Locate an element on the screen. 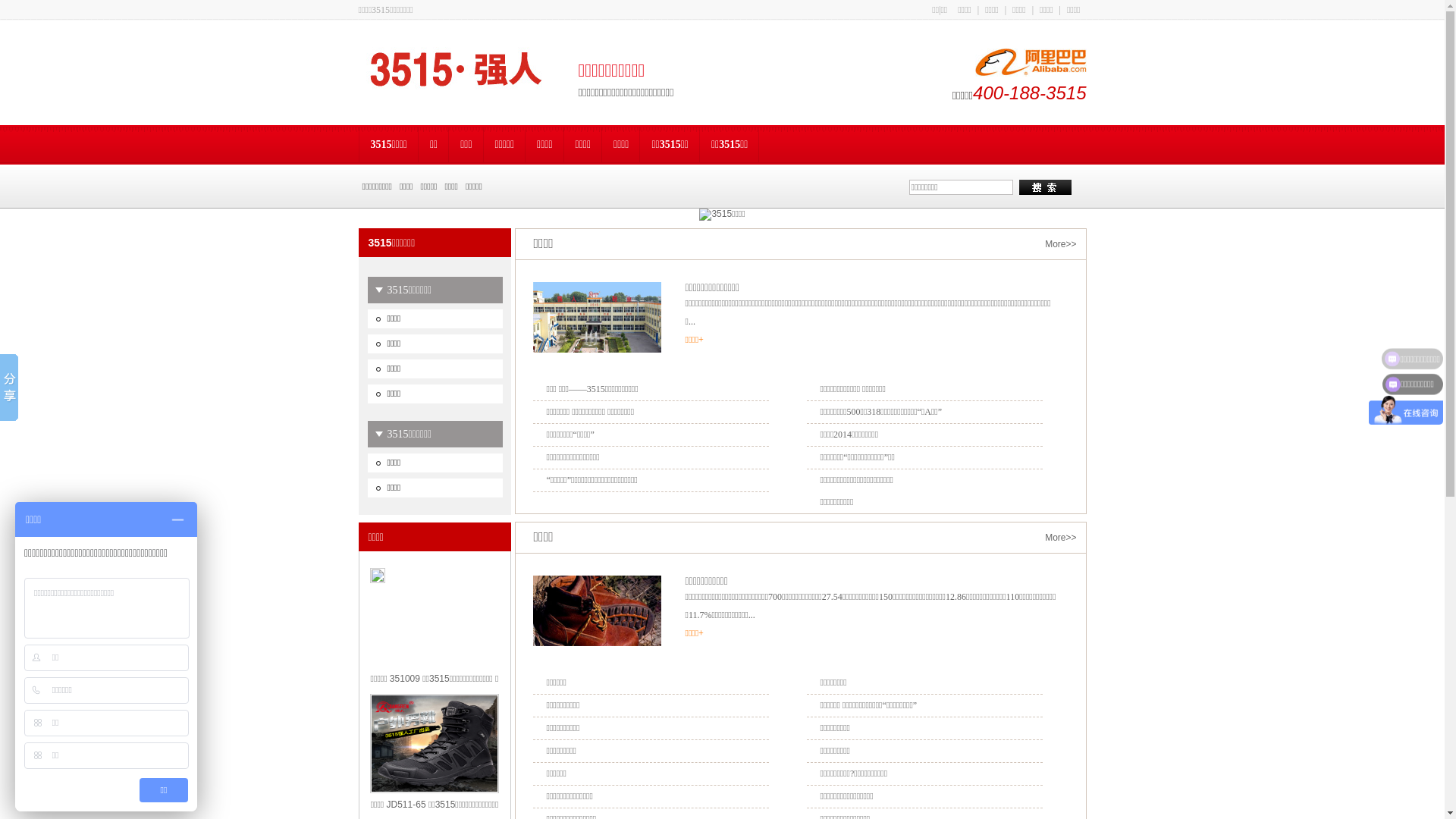  'More>>' is located at coordinates (1059, 243).